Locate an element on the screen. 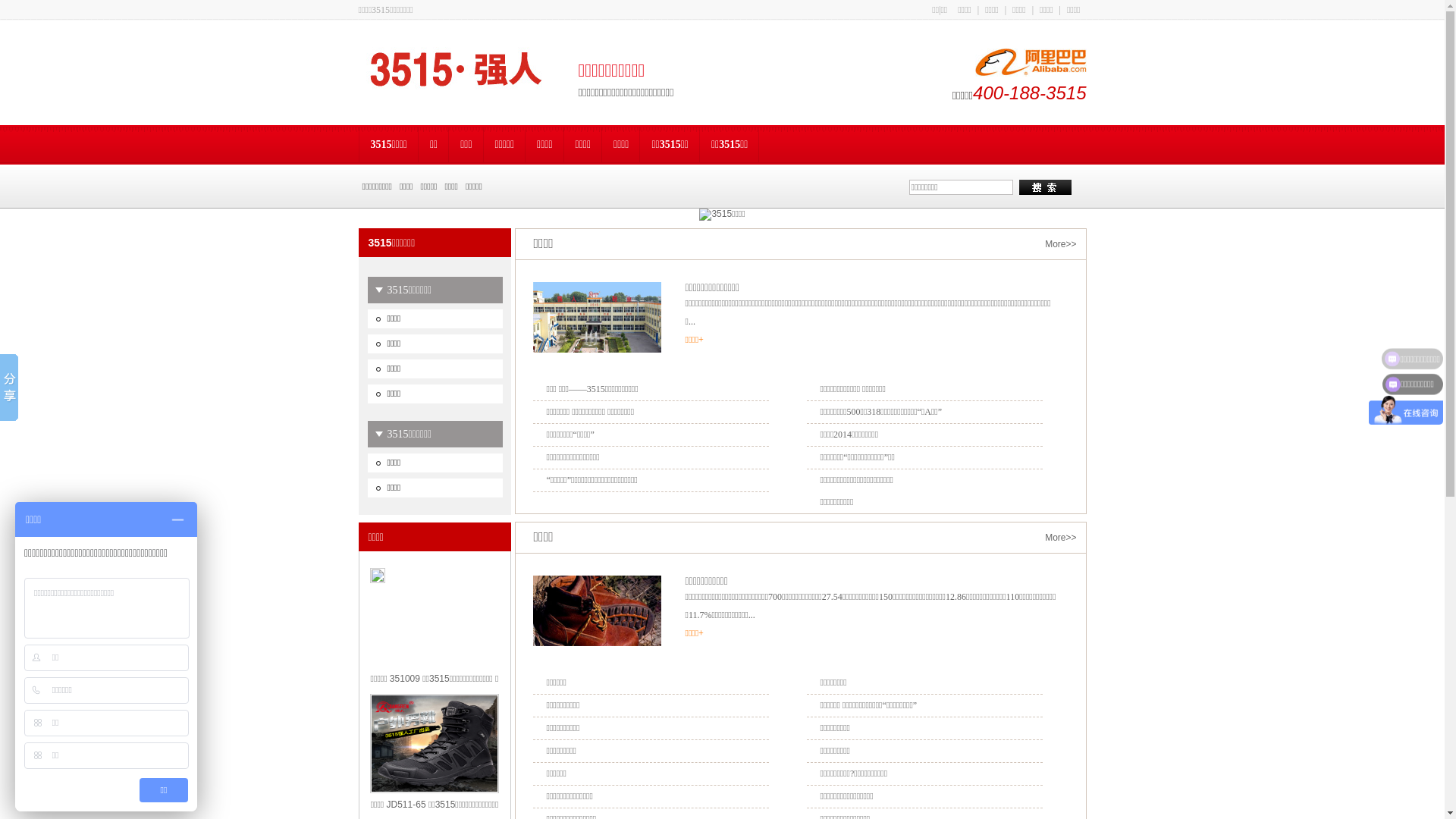  'More>>' is located at coordinates (1059, 243).